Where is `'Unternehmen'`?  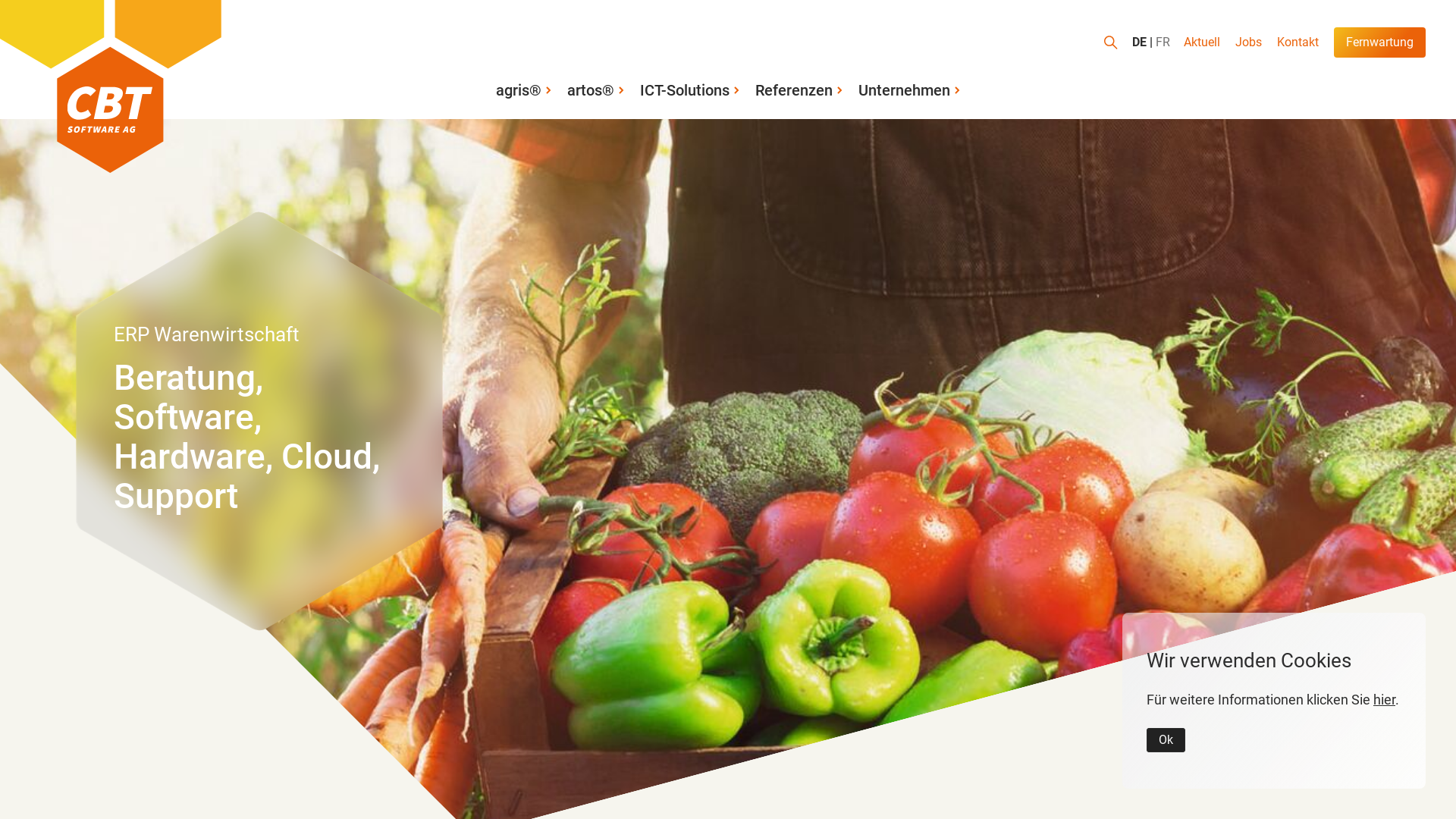
'Unternehmen' is located at coordinates (851, 90).